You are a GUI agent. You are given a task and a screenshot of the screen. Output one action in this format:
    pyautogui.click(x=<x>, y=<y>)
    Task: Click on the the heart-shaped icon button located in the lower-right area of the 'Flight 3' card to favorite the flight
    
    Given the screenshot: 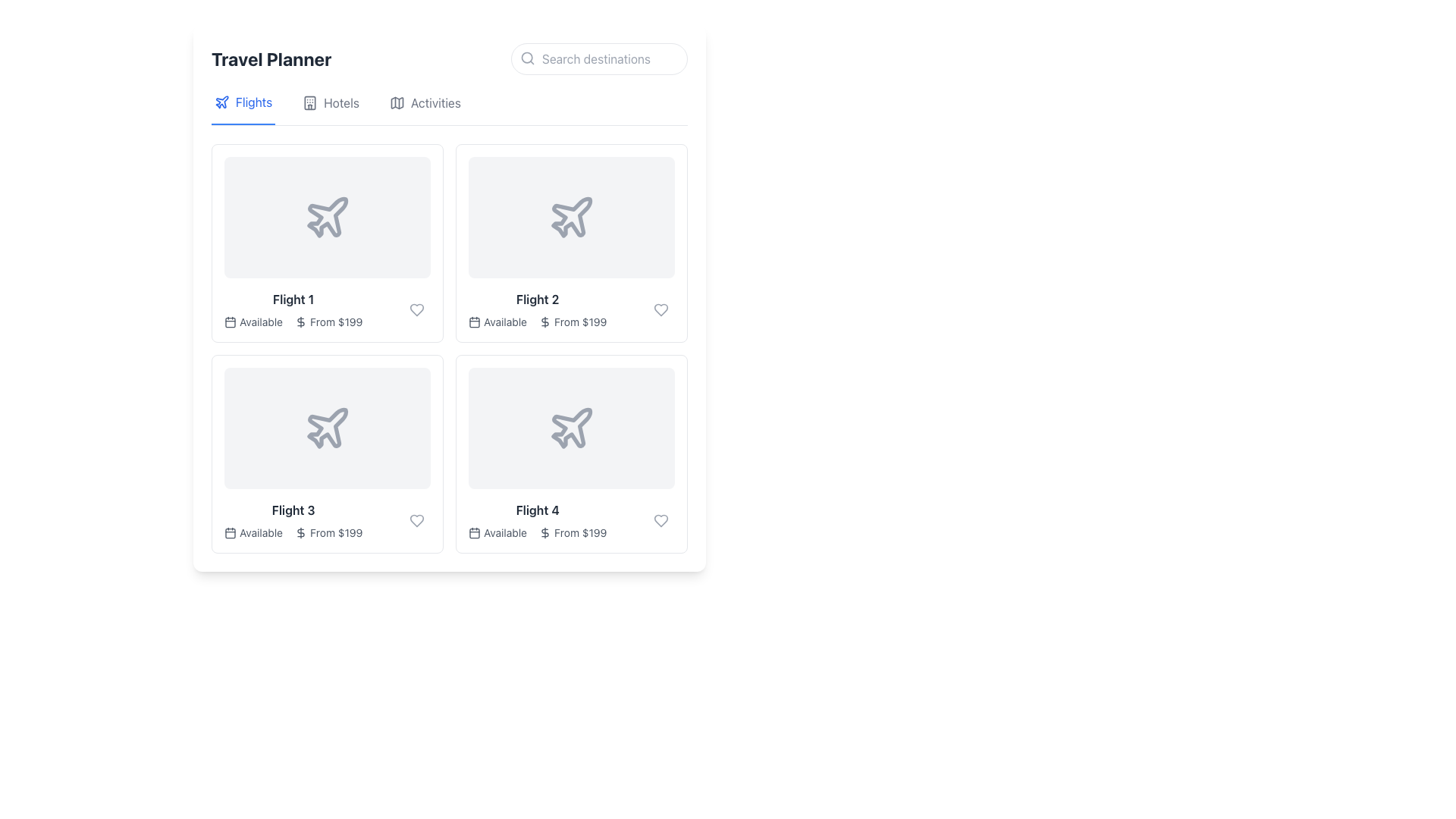 What is the action you would take?
    pyautogui.click(x=417, y=519)
    